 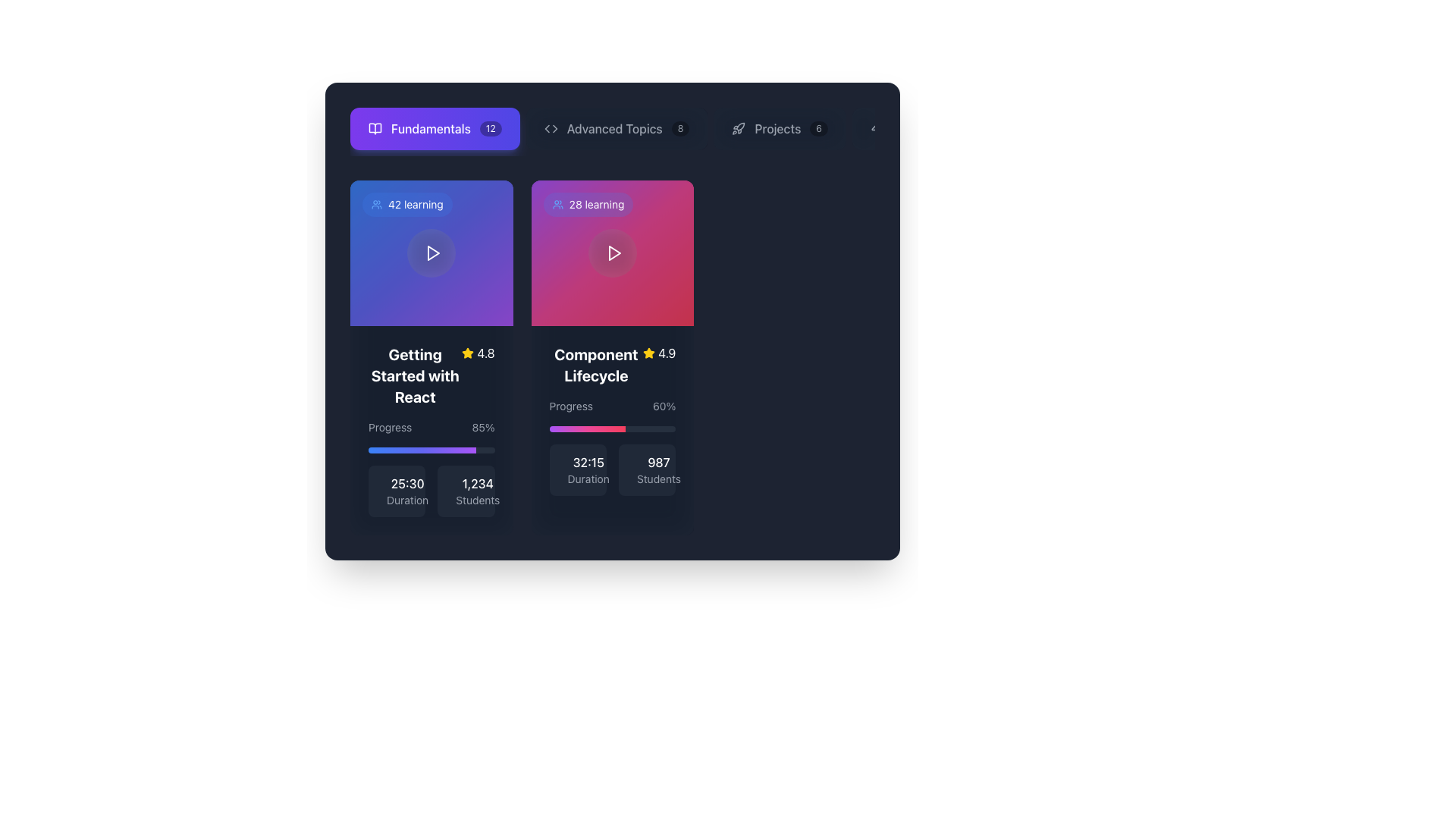 I want to click on the Text label that displays the duration information for the associated course, located in the left card beneath the progress information and above the 'Duration' label, so click(x=407, y=483).